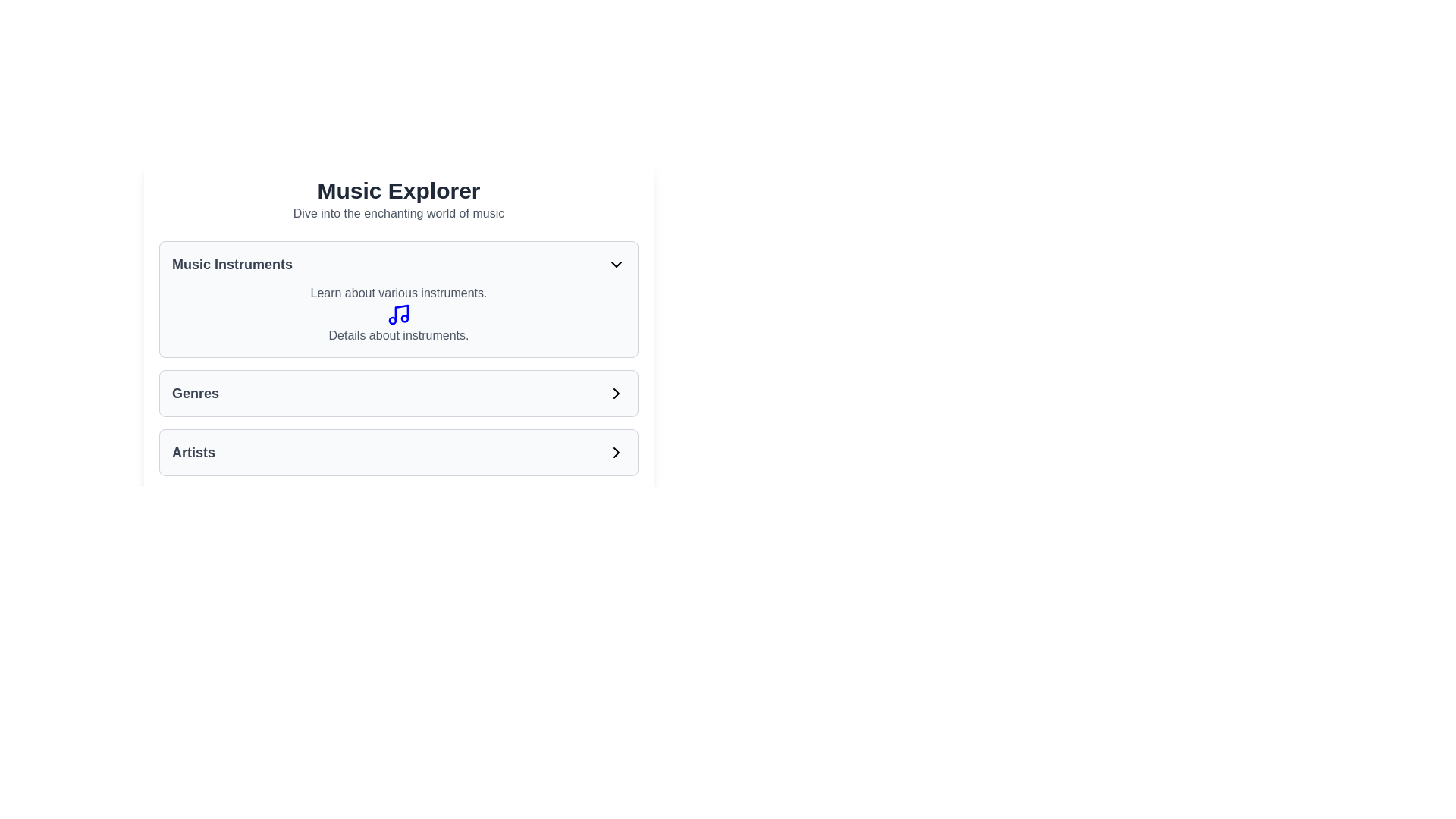  What do you see at coordinates (616, 452) in the screenshot?
I see `the right-pointing chevron icon, which is styled with sharp edges and black color, located within the 'Artists' button component` at bounding box center [616, 452].